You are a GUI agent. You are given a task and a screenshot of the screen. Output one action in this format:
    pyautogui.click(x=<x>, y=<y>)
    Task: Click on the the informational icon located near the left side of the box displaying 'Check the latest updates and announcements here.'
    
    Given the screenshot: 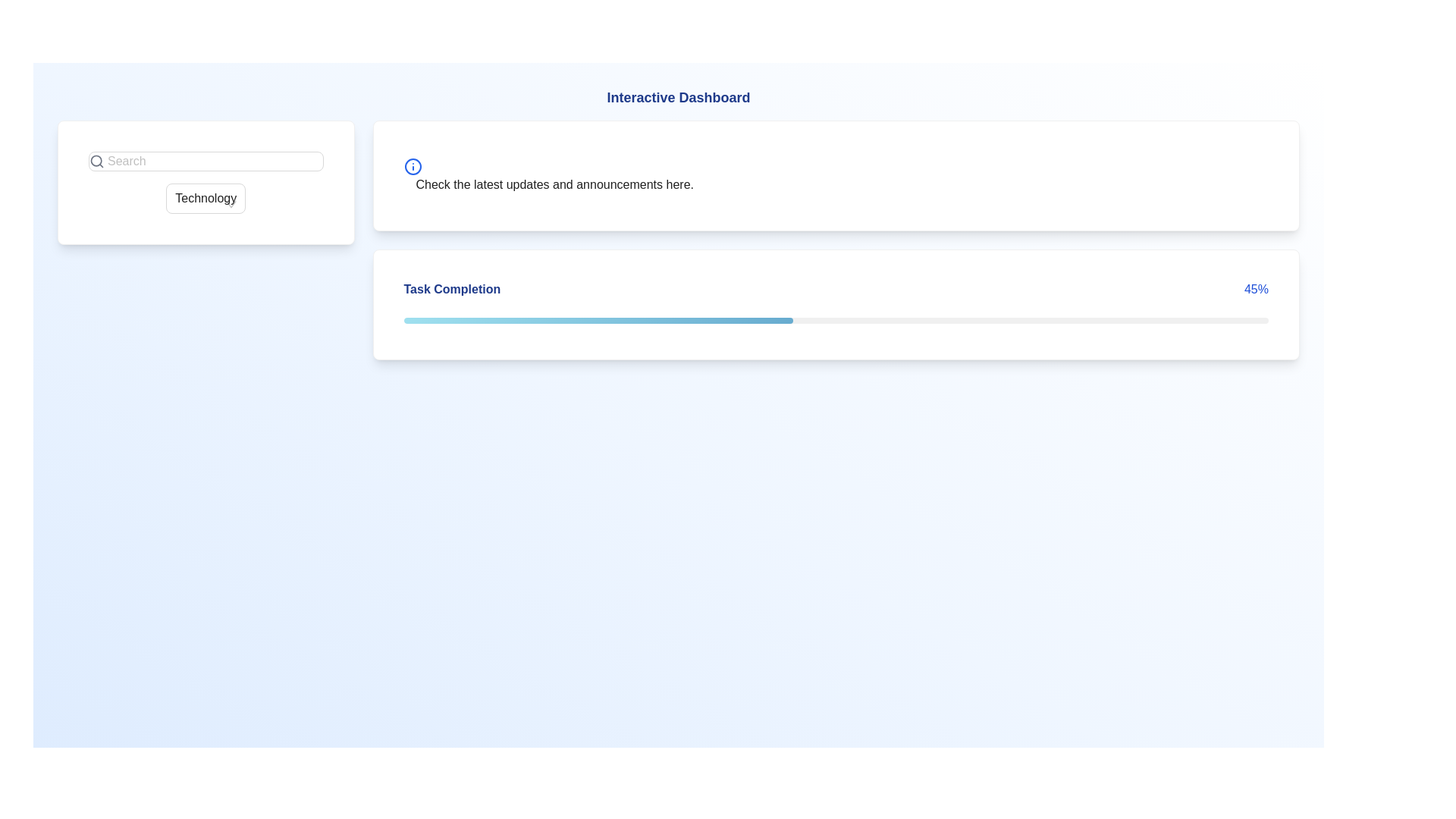 What is the action you would take?
    pyautogui.click(x=413, y=166)
    